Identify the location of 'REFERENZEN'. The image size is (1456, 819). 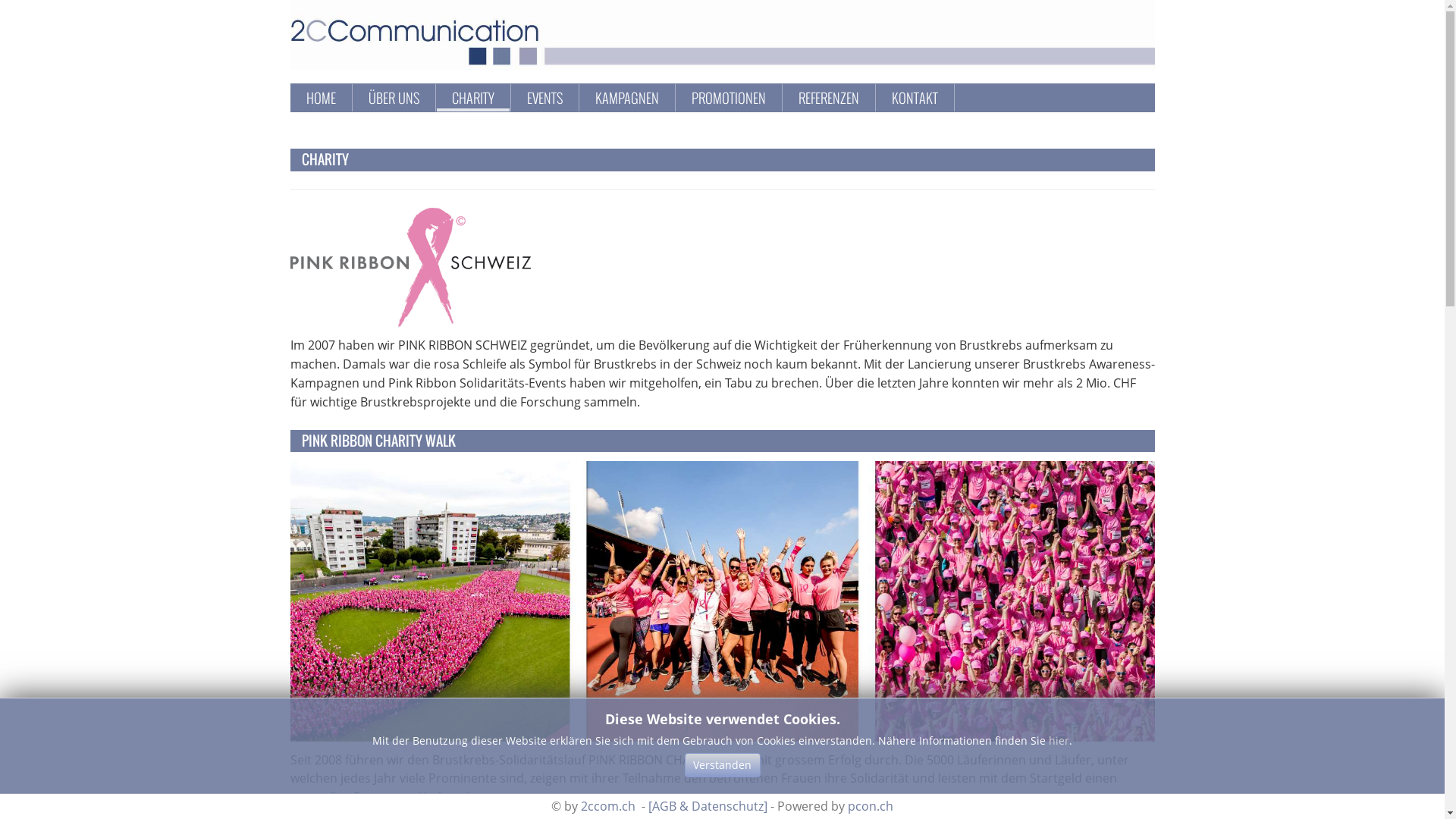
(827, 97).